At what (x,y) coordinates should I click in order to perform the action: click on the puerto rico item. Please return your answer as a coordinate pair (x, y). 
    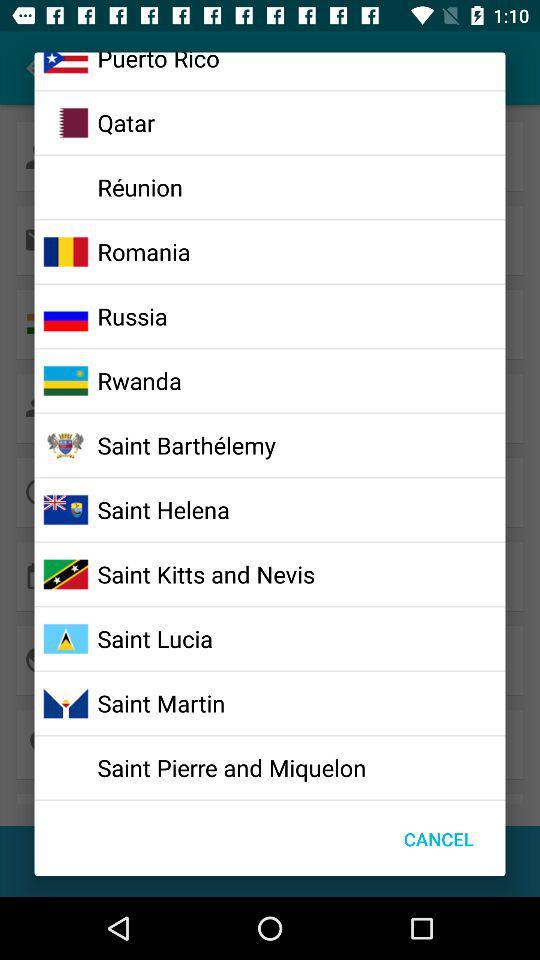
    Looking at the image, I should click on (157, 63).